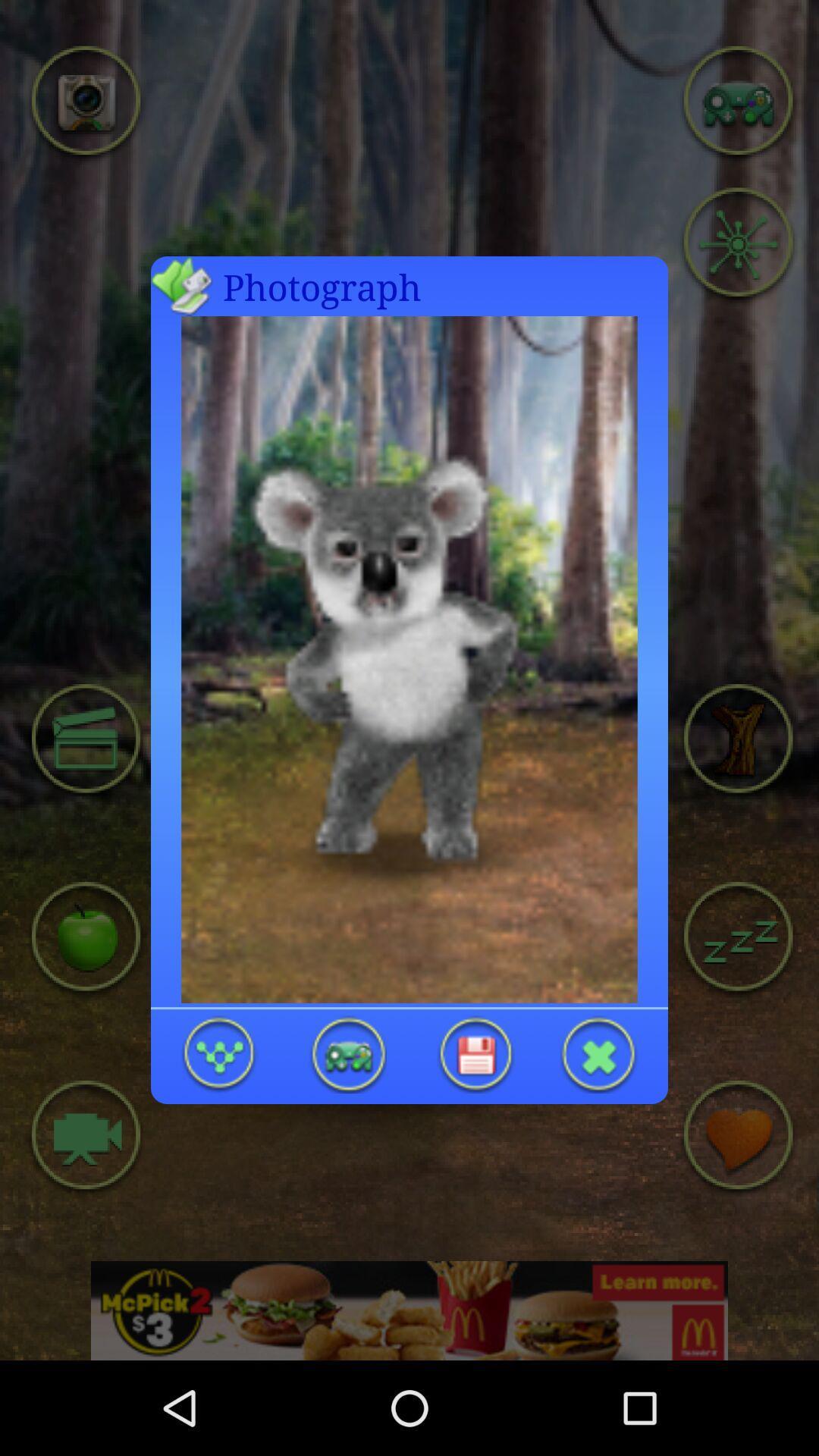 Image resolution: width=819 pixels, height=1456 pixels. I want to click on save, so click(475, 1053).